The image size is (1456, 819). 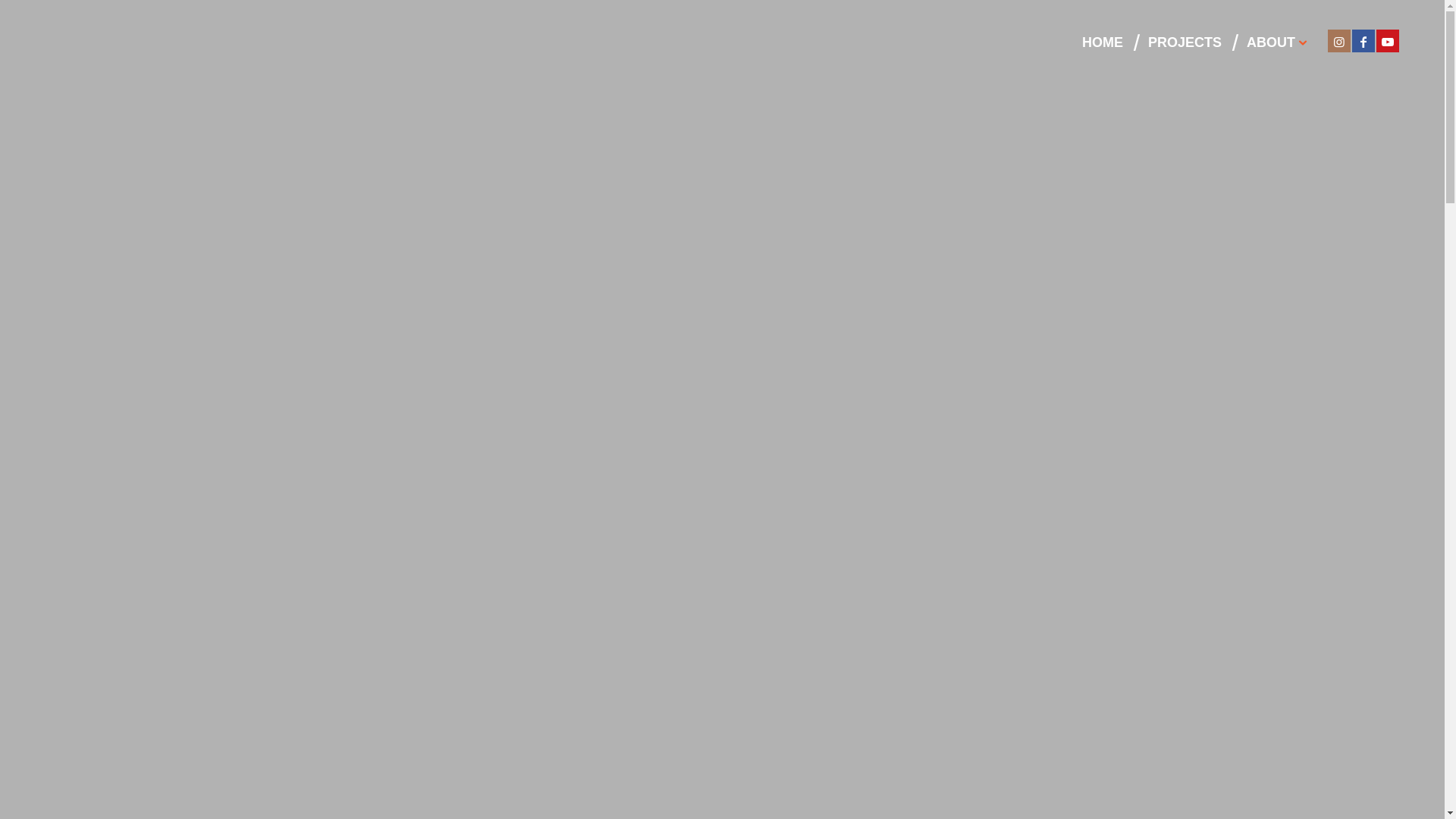 I want to click on 'Facebook', so click(x=1351, y=40).